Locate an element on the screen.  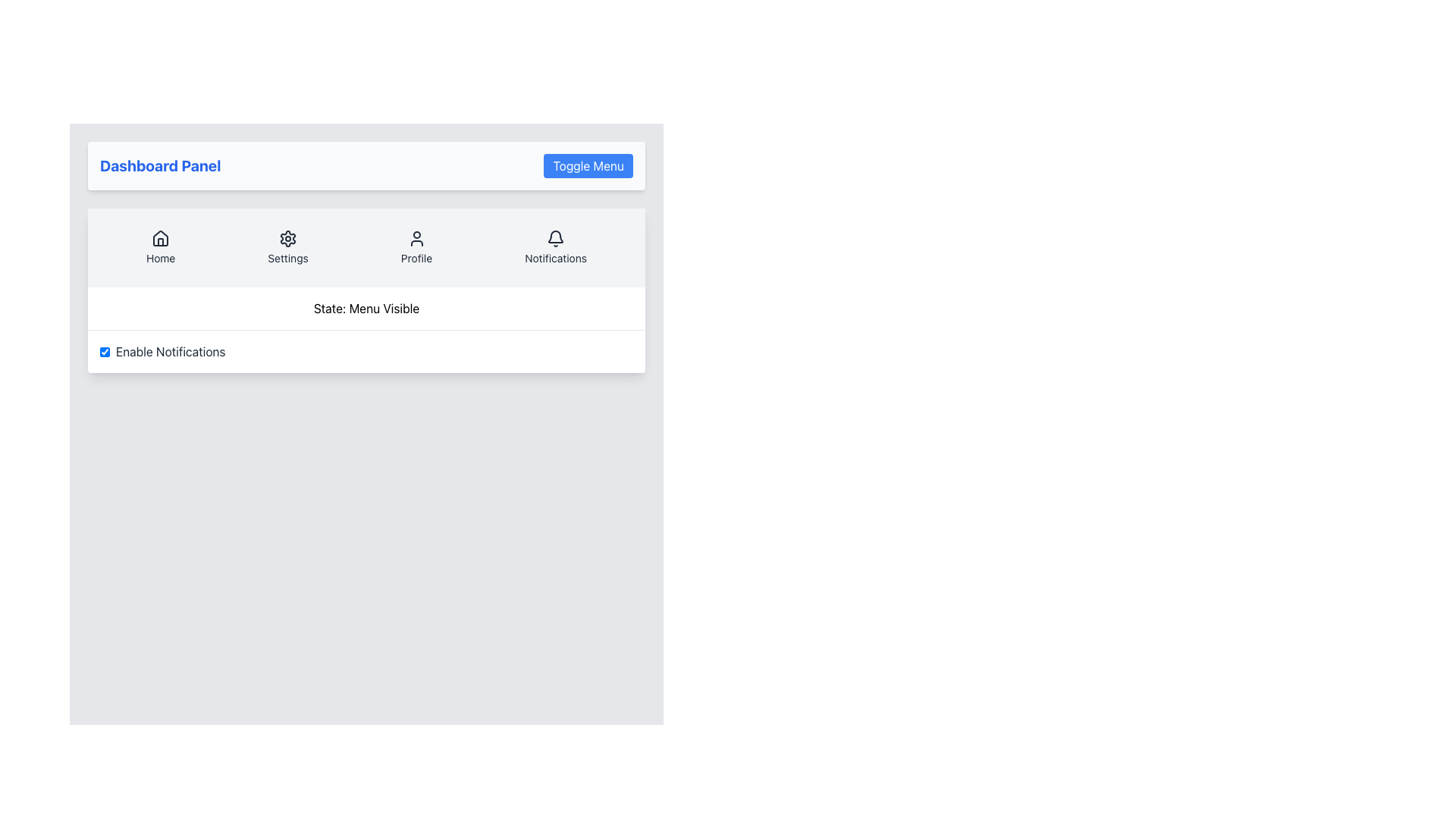
the 'Settings' button, which features a gear icon and is the second item in the navigation bar is located at coordinates (288, 247).